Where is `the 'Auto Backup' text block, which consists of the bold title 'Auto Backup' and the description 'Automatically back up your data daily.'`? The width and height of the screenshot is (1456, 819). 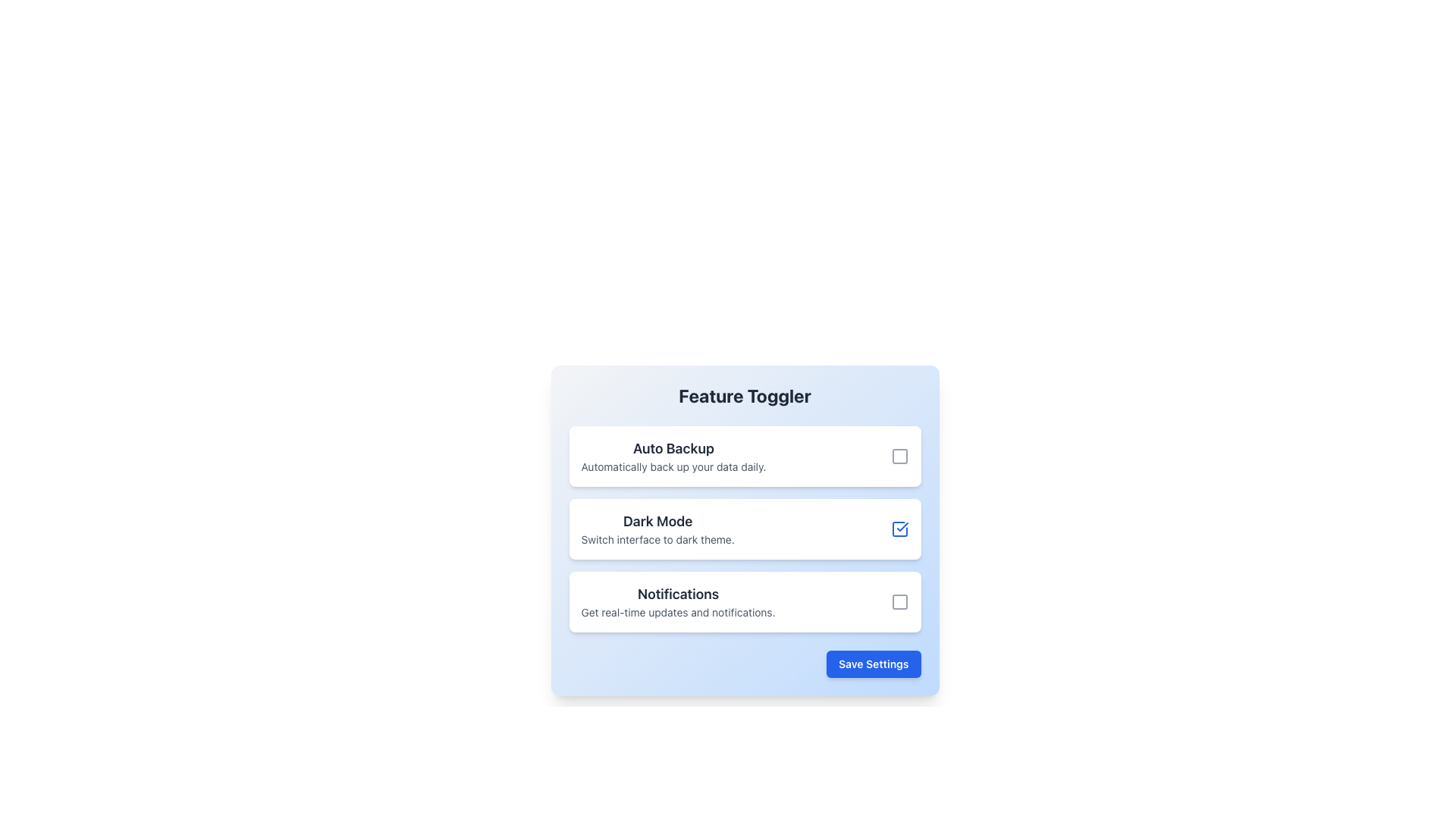
the 'Auto Backup' text block, which consists of the bold title 'Auto Backup' and the description 'Automatically back up your data daily.' is located at coordinates (673, 455).